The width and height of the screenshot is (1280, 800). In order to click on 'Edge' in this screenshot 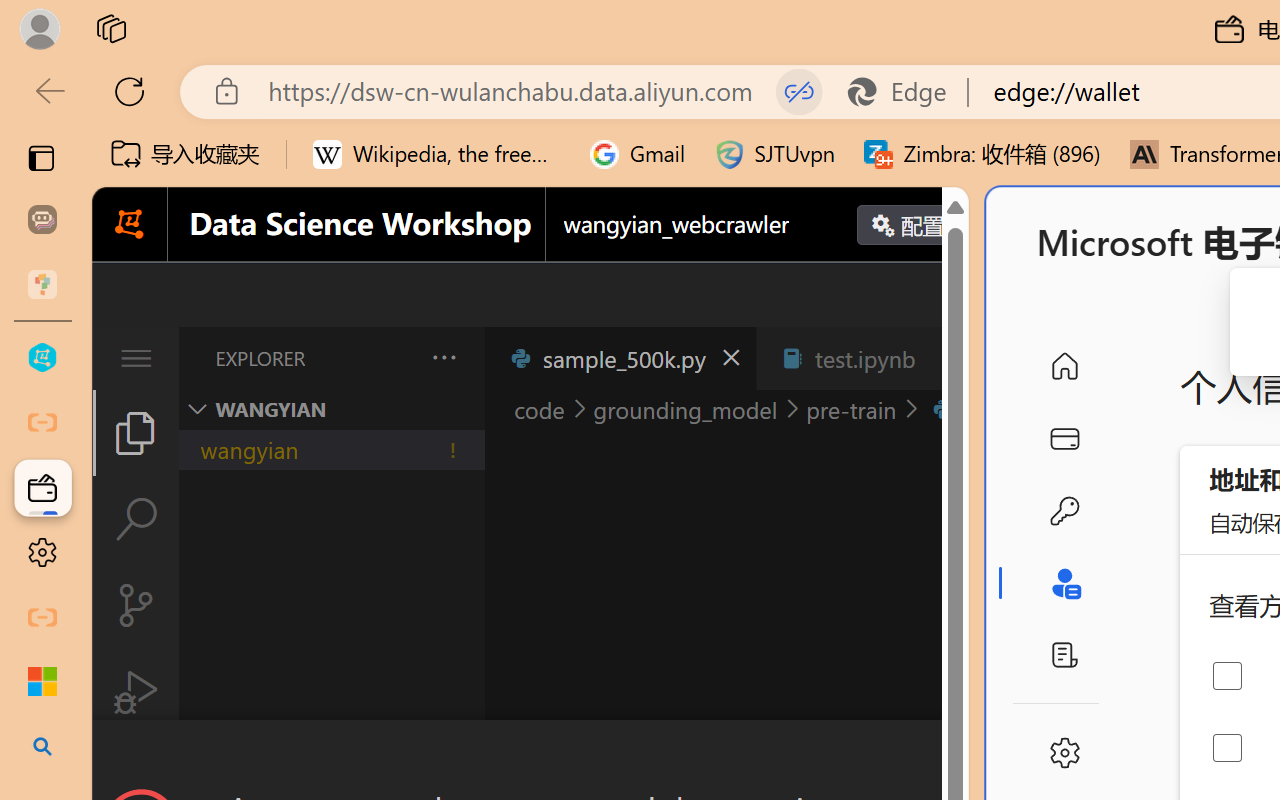, I will do `click(905, 91)`.